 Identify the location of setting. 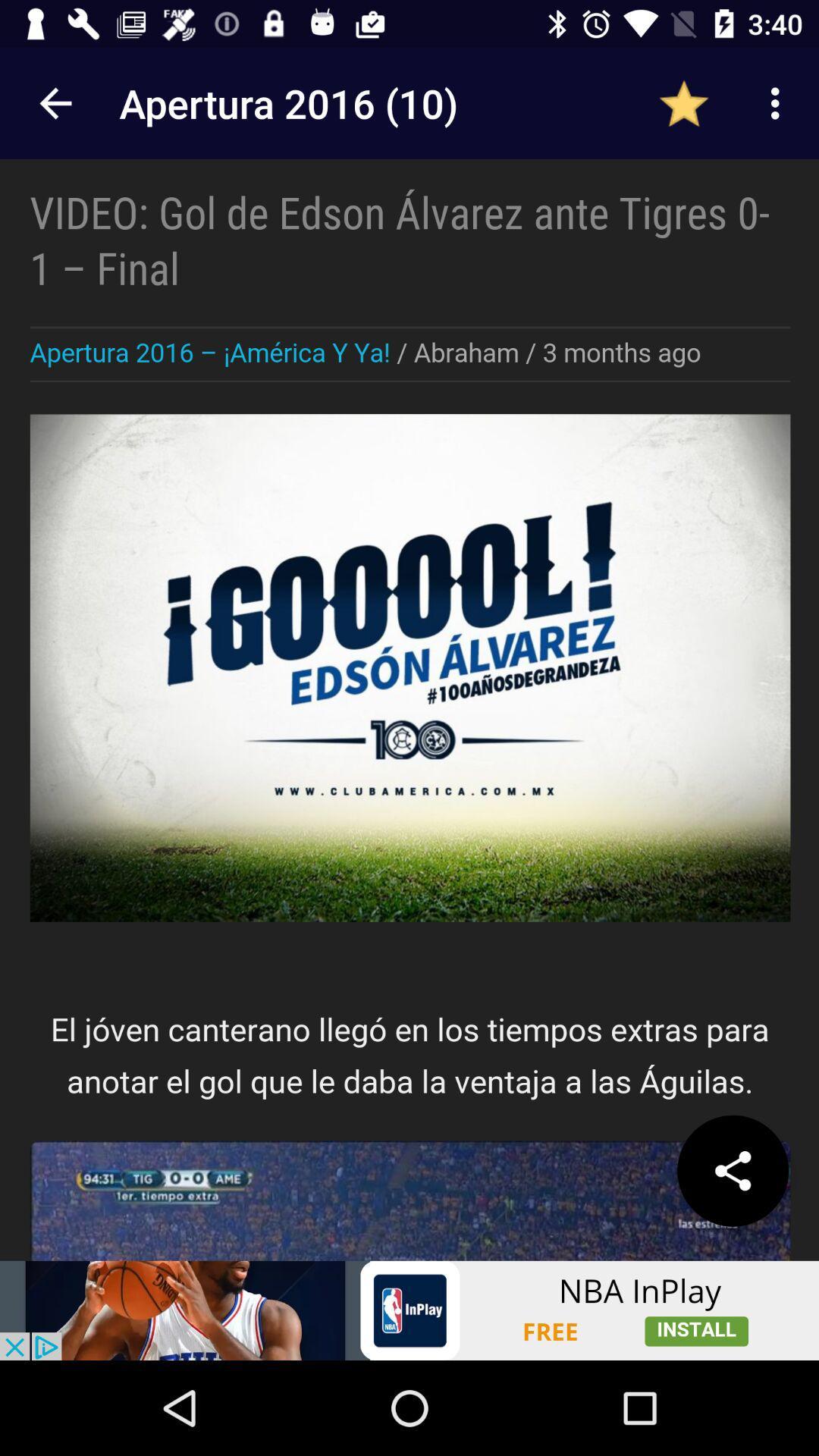
(732, 1170).